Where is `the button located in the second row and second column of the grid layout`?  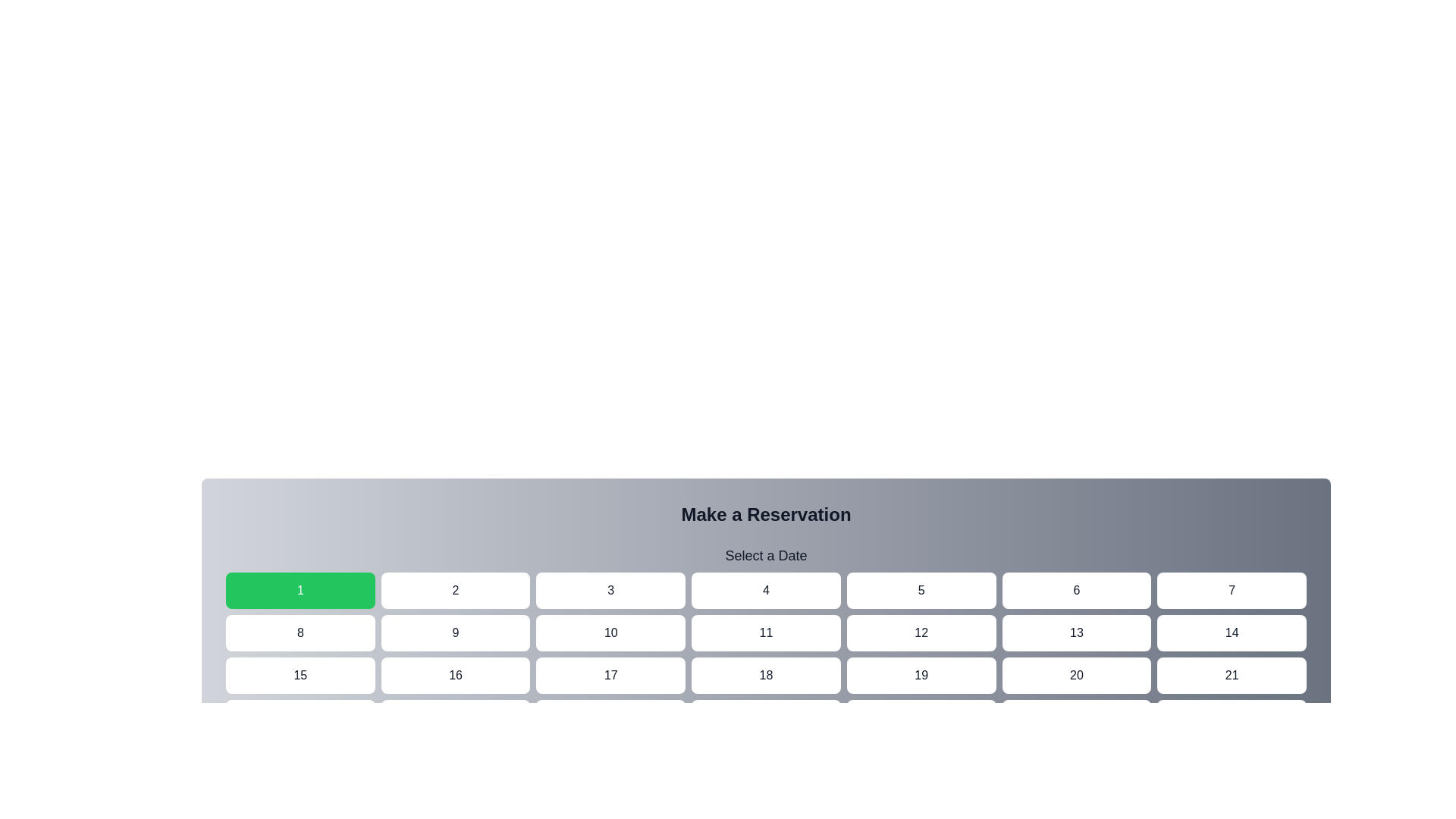 the button located in the second row and second column of the grid layout is located at coordinates (455, 632).